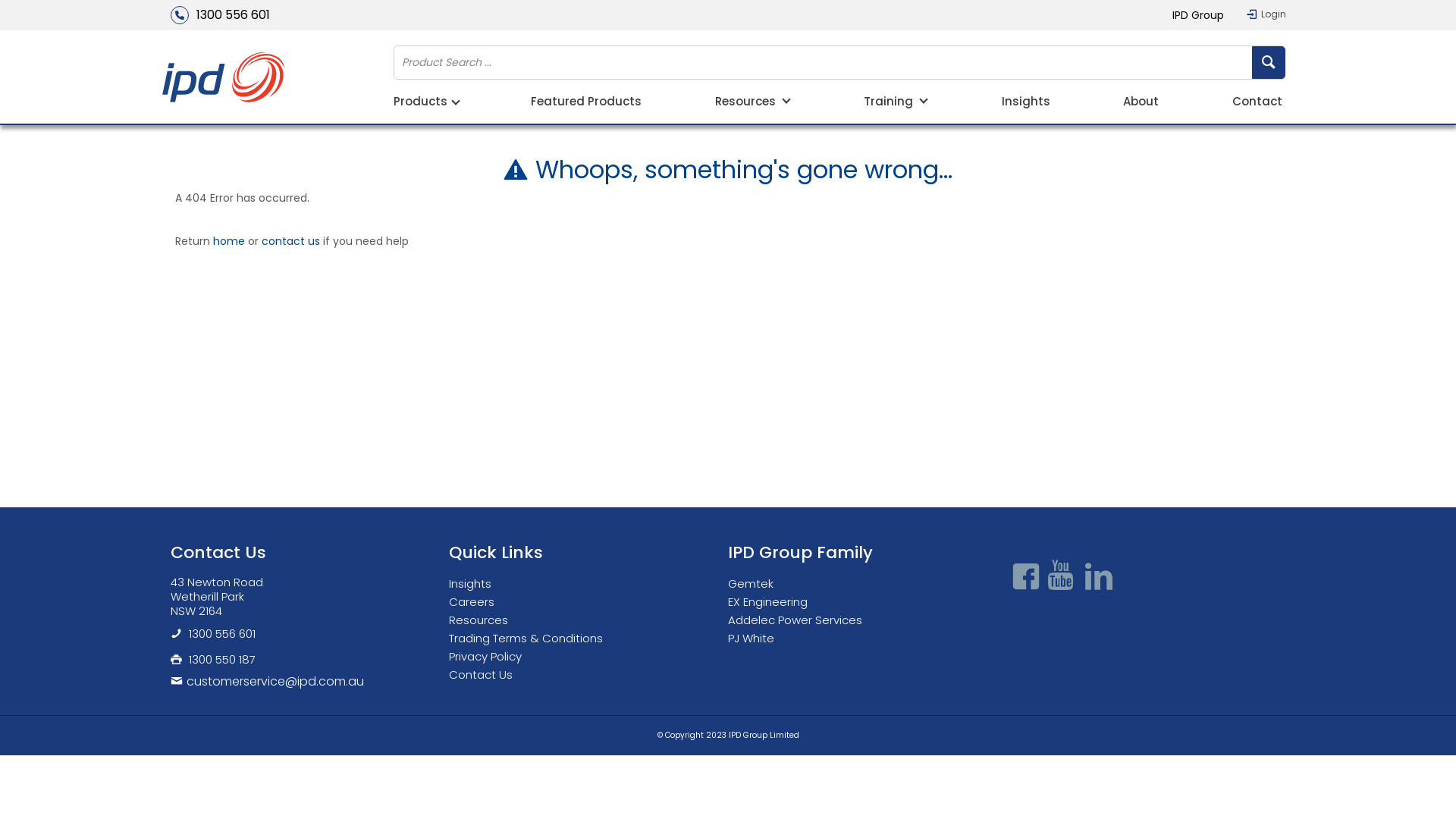  Describe the element at coordinates (228, 240) in the screenshot. I see `'home'` at that location.